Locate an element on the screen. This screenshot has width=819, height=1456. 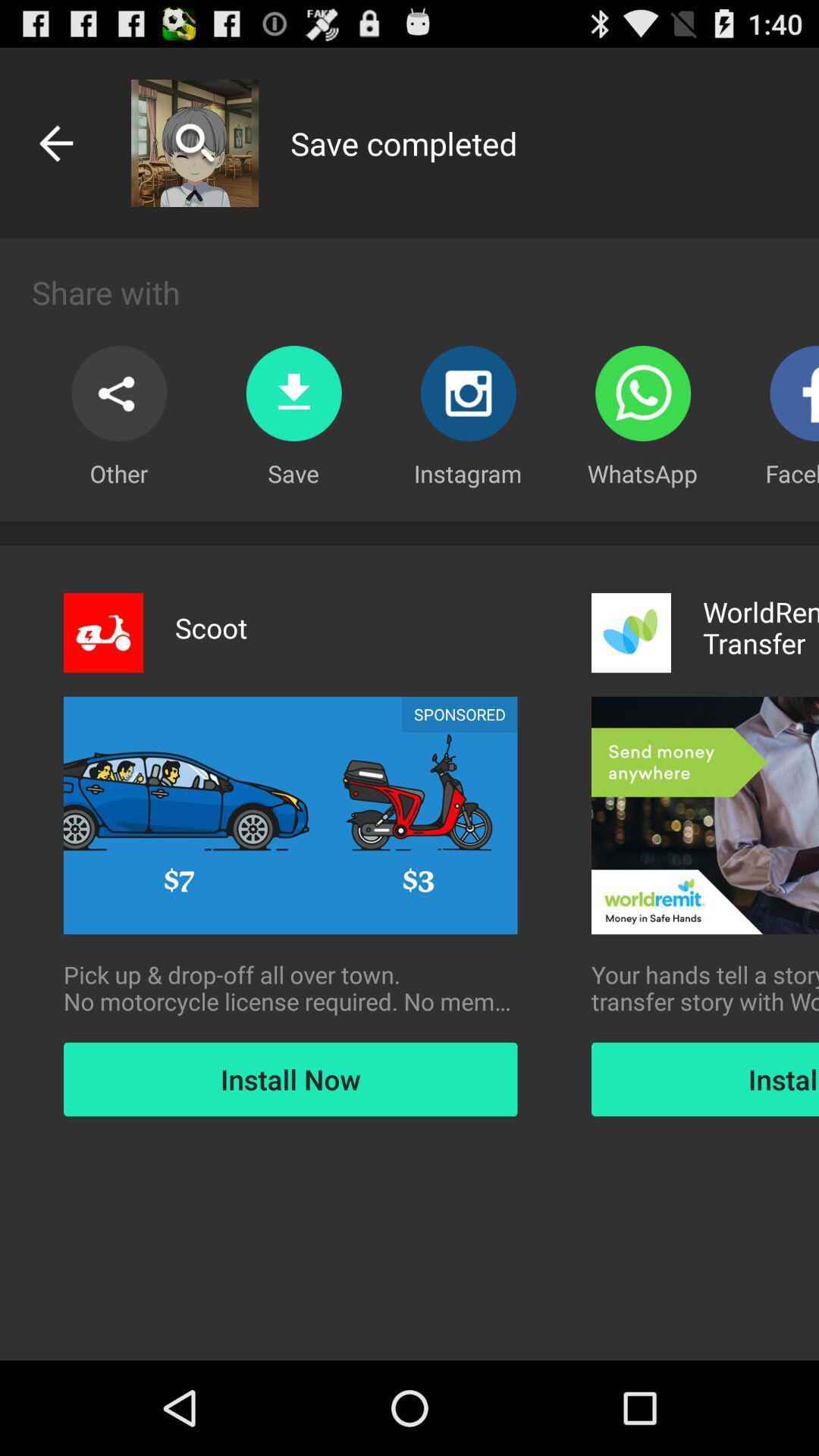
your hands tell item is located at coordinates (704, 988).